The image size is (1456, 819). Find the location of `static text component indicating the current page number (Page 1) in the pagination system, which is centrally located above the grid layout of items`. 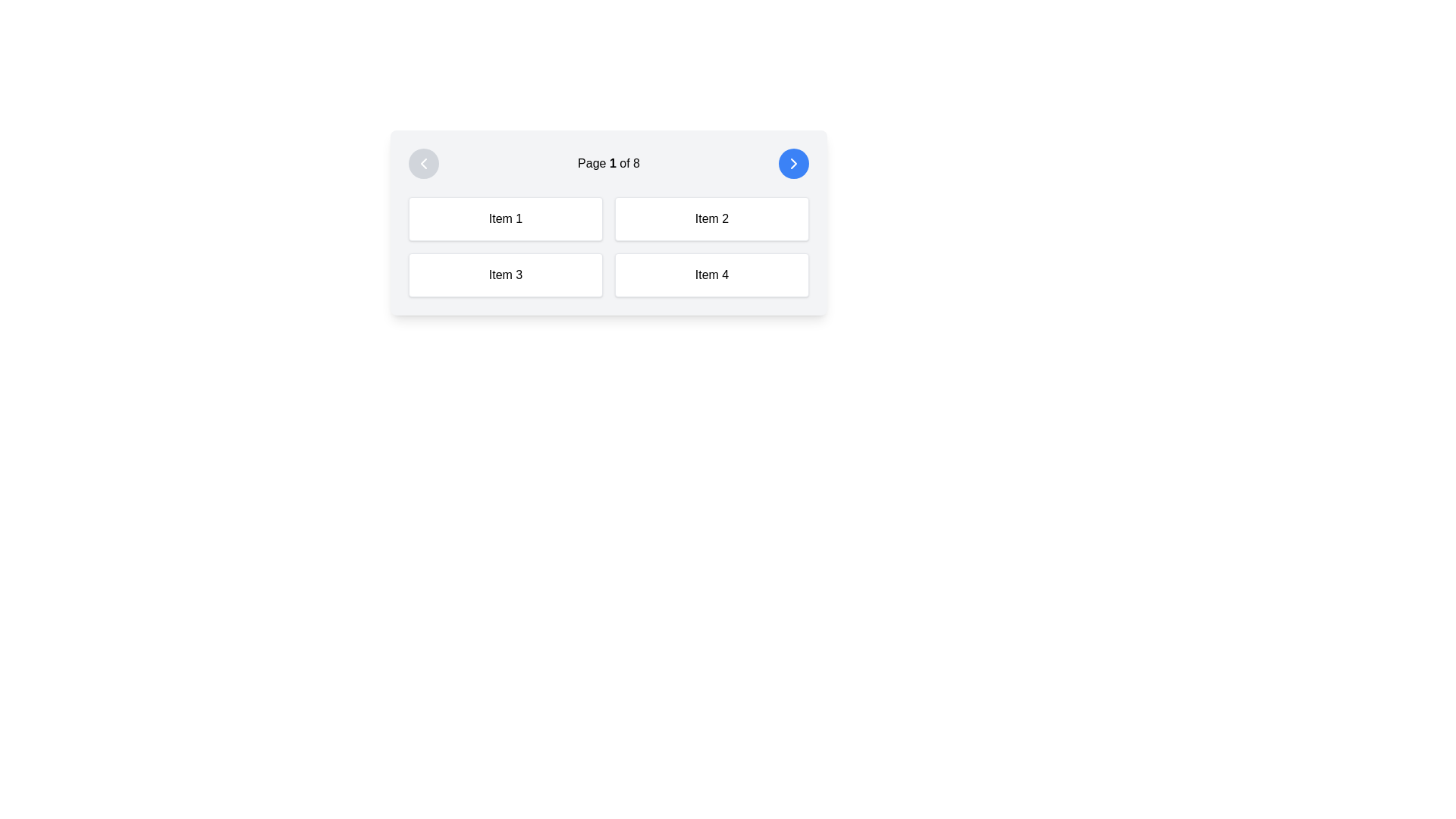

static text component indicating the current page number (Page 1) in the pagination system, which is centrally located above the grid layout of items is located at coordinates (613, 163).